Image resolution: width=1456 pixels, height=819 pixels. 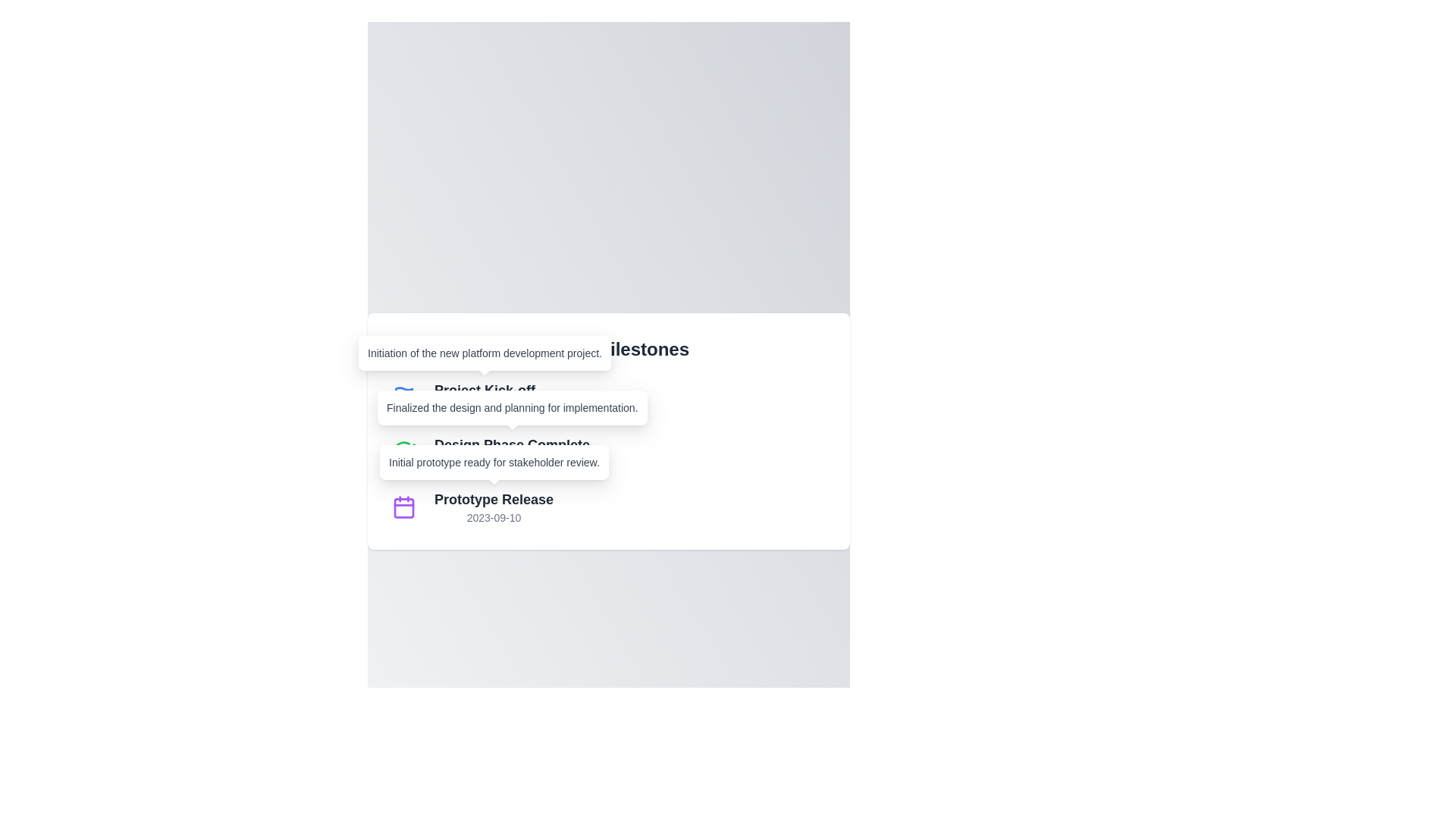 What do you see at coordinates (403, 394) in the screenshot?
I see `the SVG flag icon representing the completion milestone for the 'Project Kick-off' list item` at bounding box center [403, 394].